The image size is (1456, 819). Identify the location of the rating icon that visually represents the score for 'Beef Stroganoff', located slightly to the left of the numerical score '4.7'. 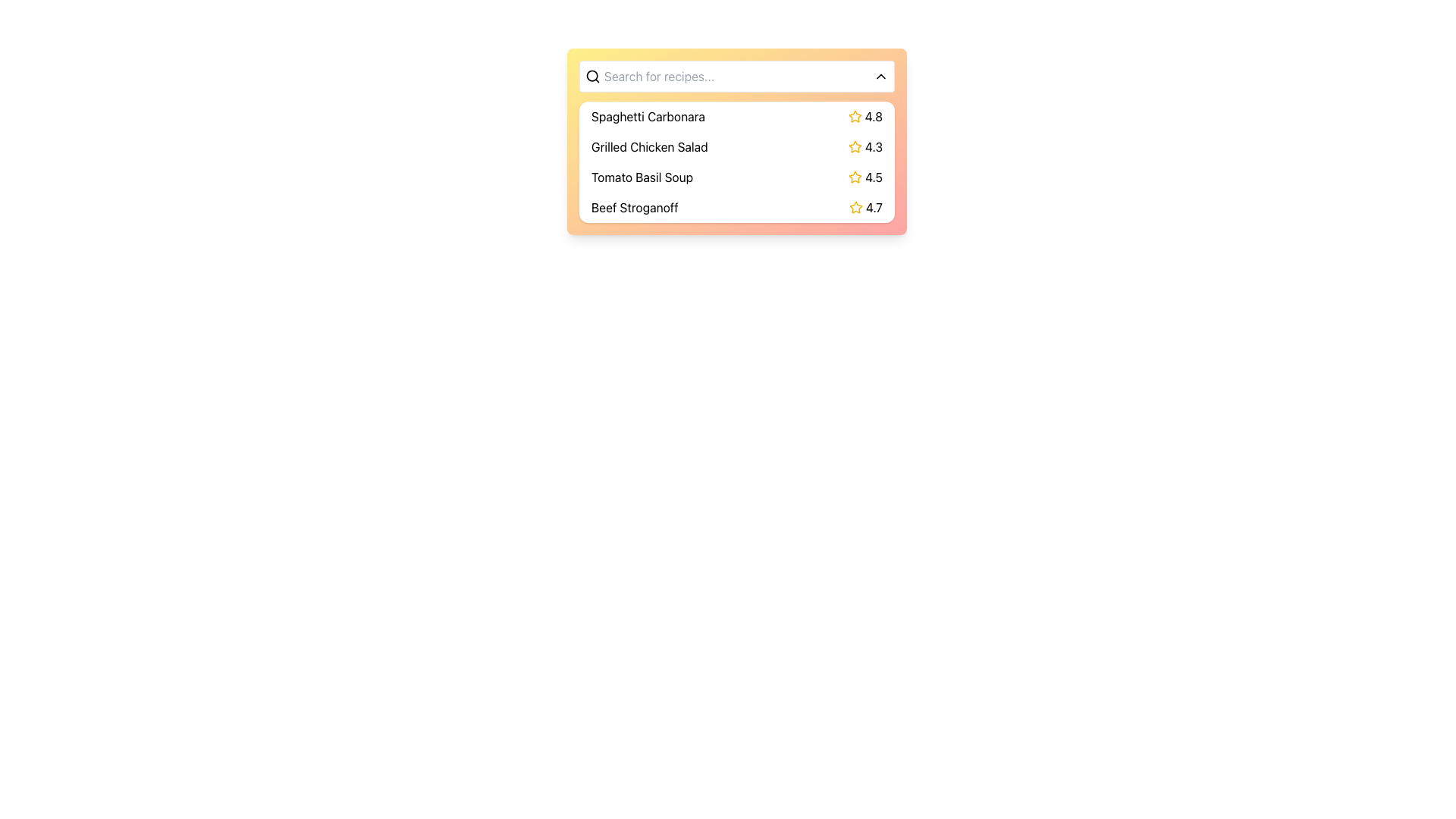
(855, 207).